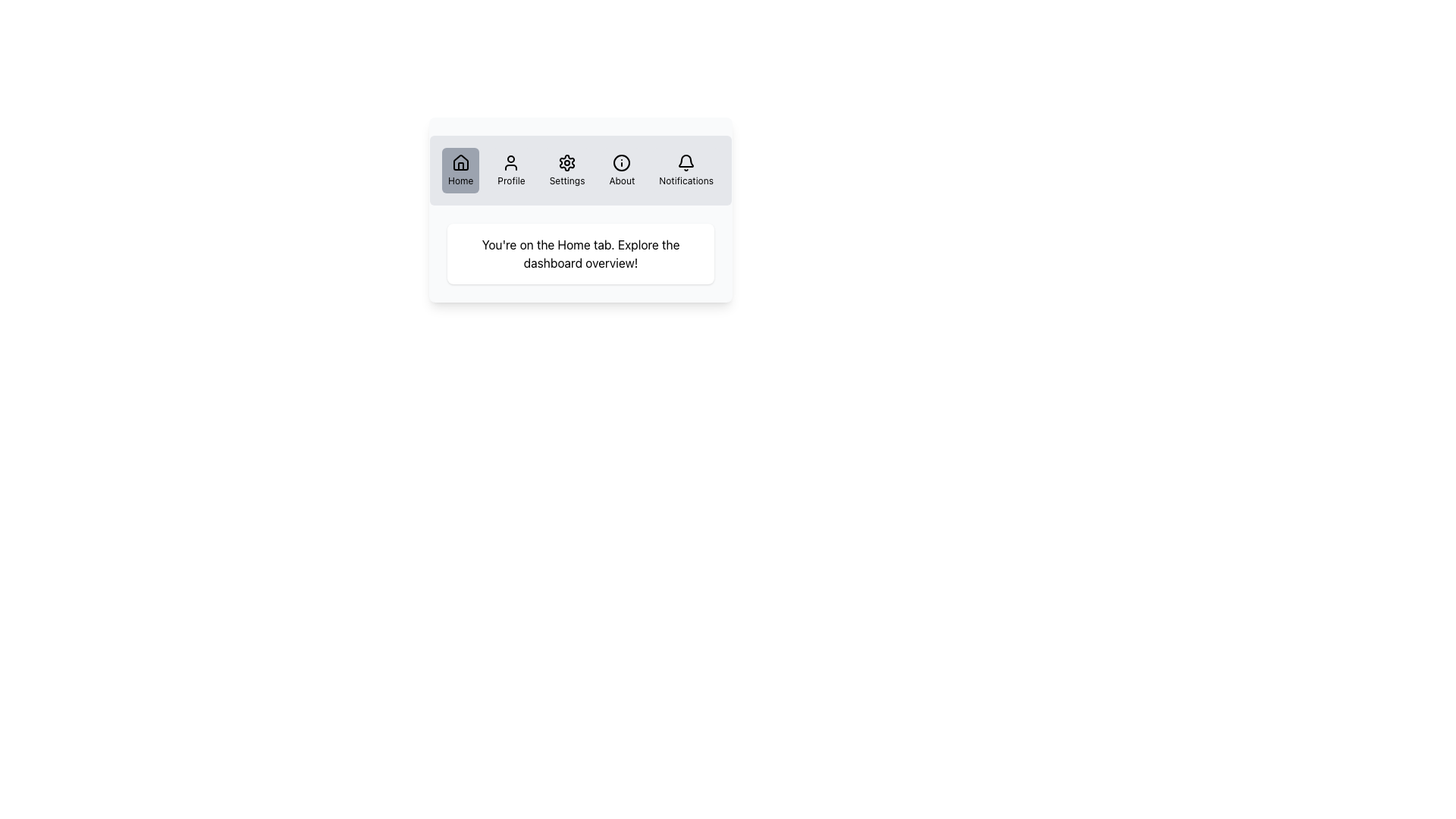  What do you see at coordinates (580, 253) in the screenshot?
I see `static text message 'You're on the Home tab. Explore the dashboard overview!' displayed in black on a white background, centrally aligned within the card below the navigation menu` at bounding box center [580, 253].